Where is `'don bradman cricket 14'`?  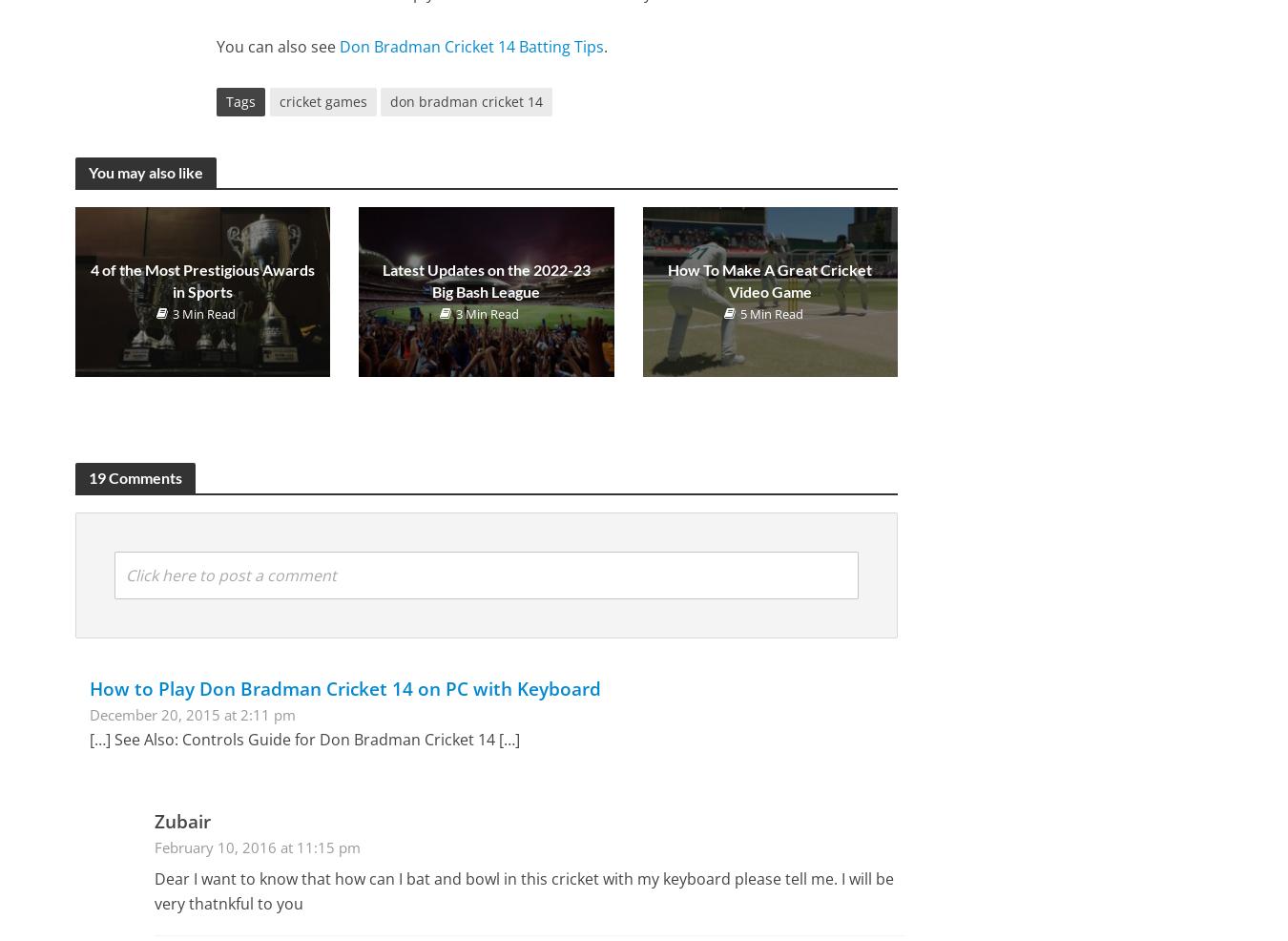
'don bradman cricket 14' is located at coordinates (465, 101).